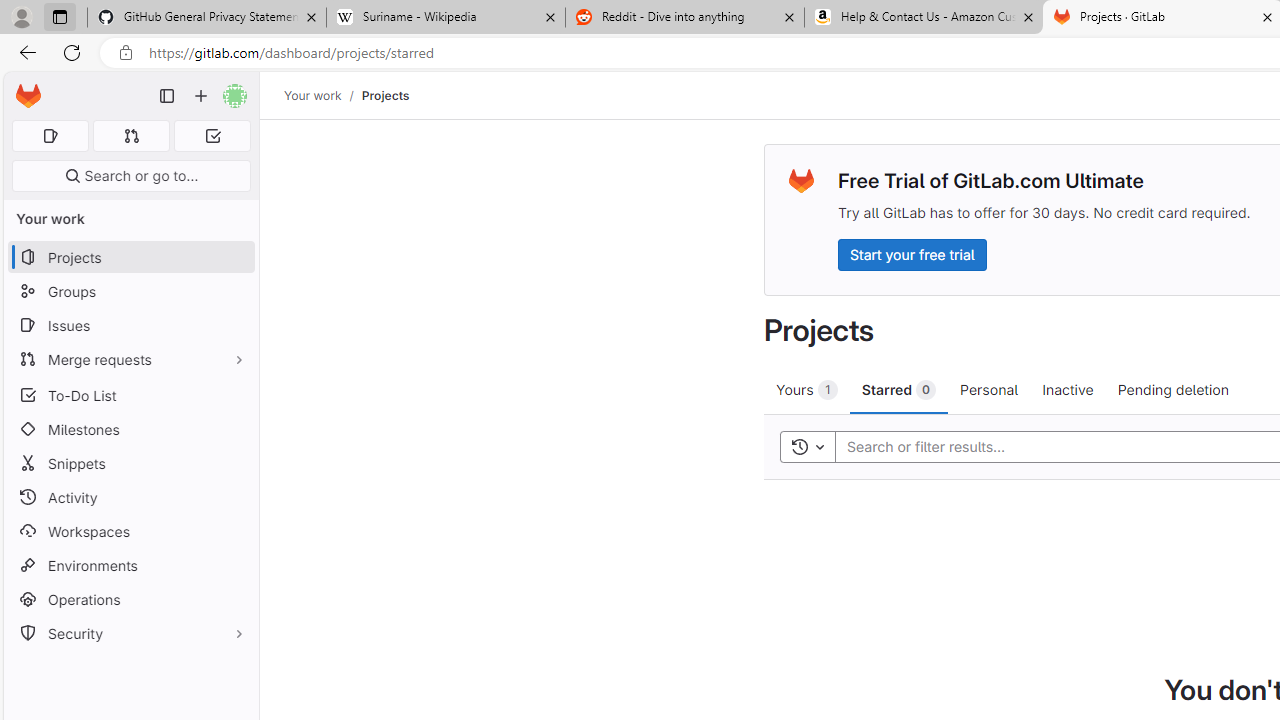 The height and width of the screenshot is (720, 1280). I want to click on 'Toggle history', so click(807, 445).